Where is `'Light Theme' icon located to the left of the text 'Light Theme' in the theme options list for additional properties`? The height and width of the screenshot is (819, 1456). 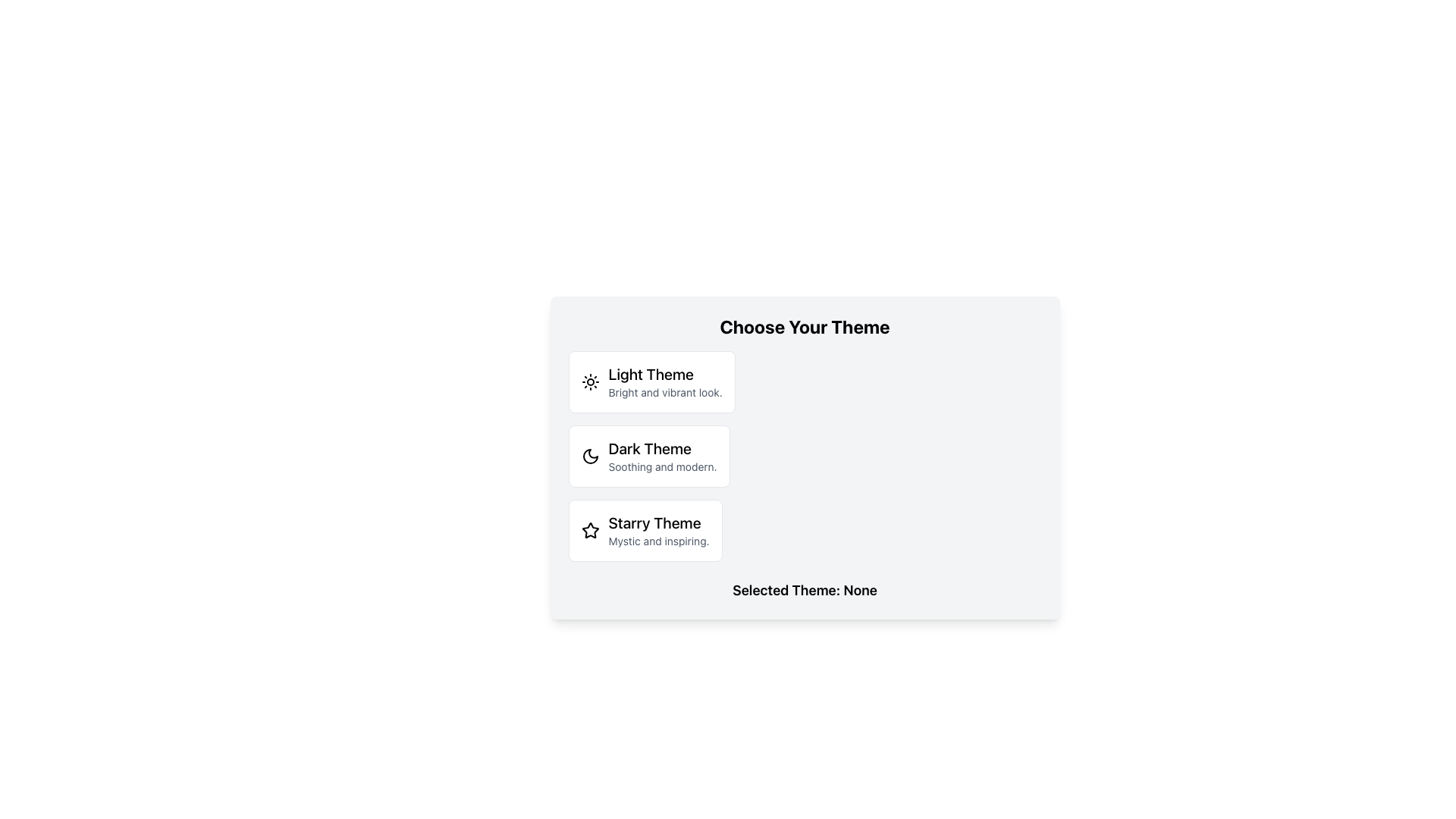 'Light Theme' icon located to the left of the text 'Light Theme' in the theme options list for additional properties is located at coordinates (589, 381).